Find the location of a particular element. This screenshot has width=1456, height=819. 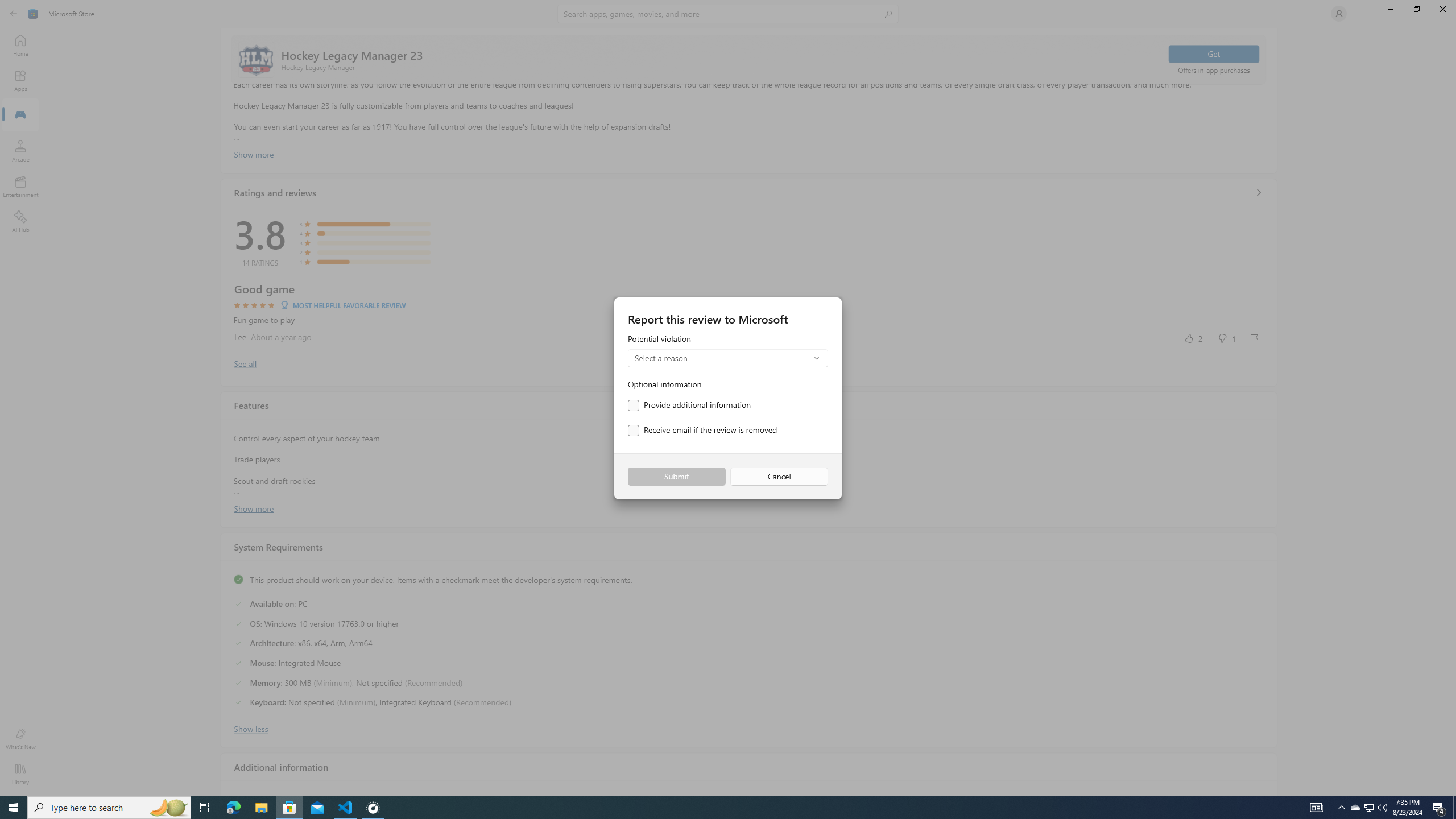

'Submit' is located at coordinates (676, 477).